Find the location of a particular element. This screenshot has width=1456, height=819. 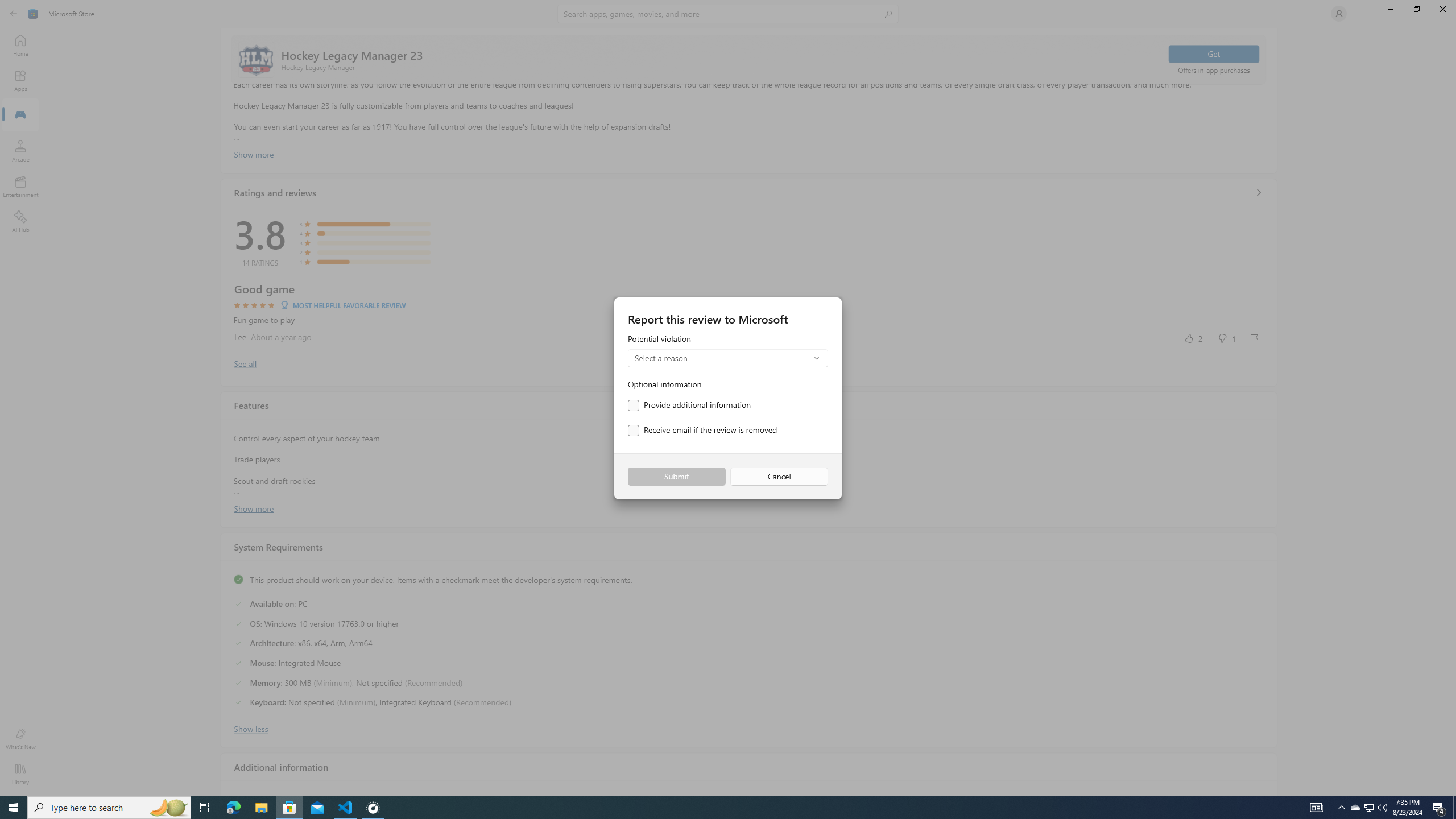

'Submit' is located at coordinates (676, 477).